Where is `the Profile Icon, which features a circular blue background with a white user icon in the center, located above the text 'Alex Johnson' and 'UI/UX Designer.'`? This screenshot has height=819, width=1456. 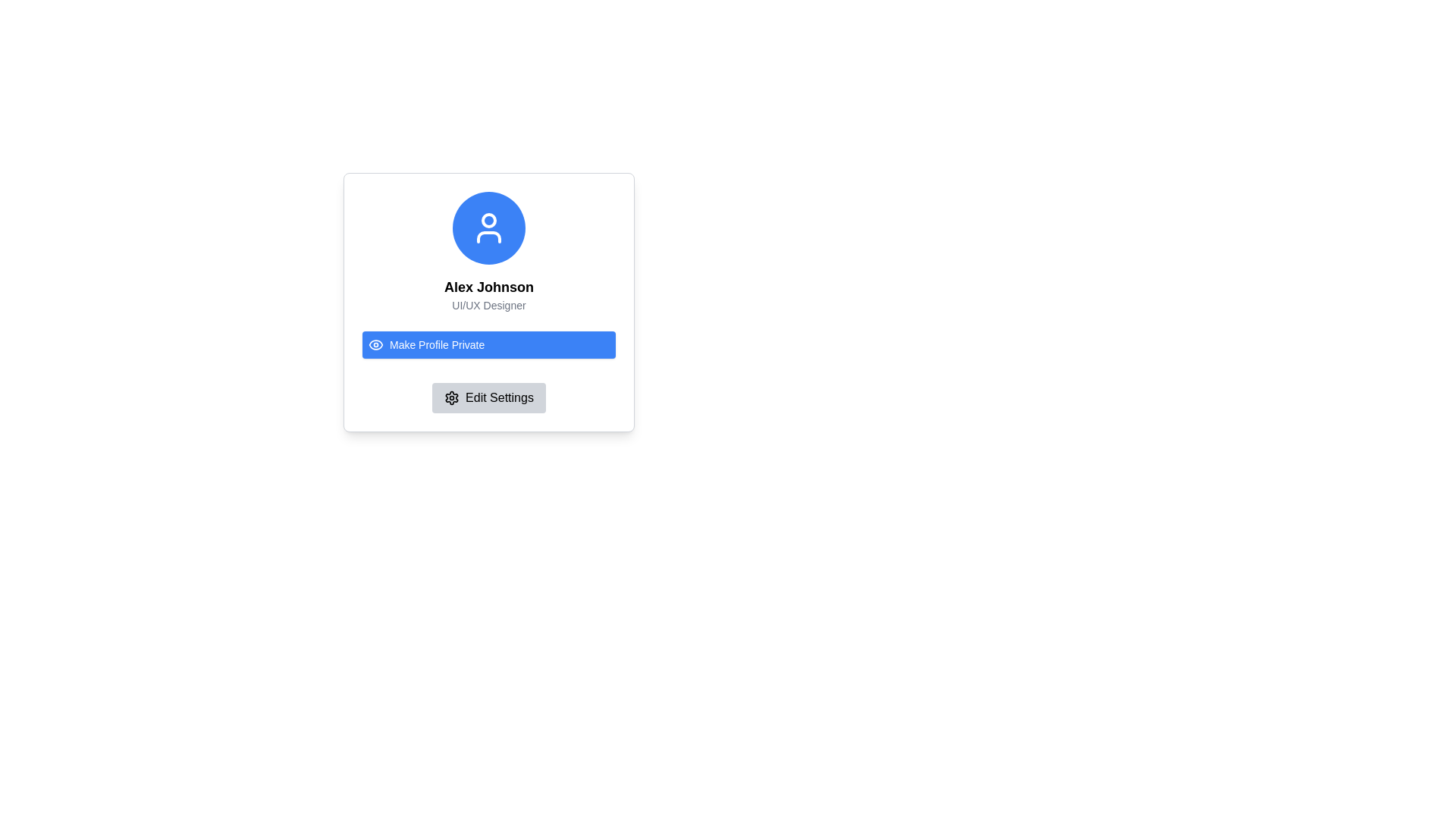
the Profile Icon, which features a circular blue background with a white user icon in the center, located above the text 'Alex Johnson' and 'UI/UX Designer.' is located at coordinates (488, 227).